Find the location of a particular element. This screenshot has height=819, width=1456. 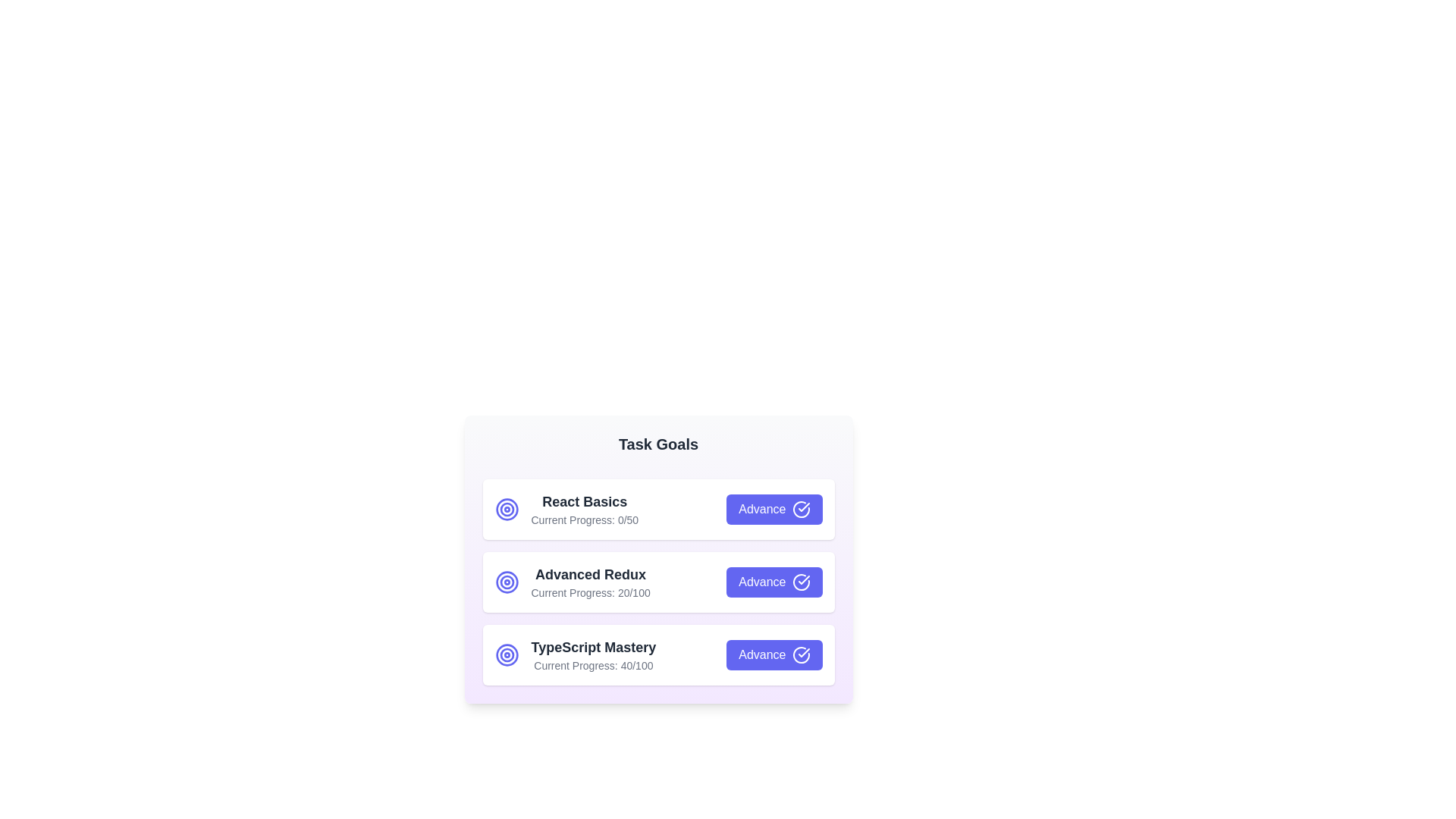

the informational text displaying 'Current Progress: 40/100', located under the main heading 'TypeScript Mastery' in the third card of the 'Task Goals' section is located at coordinates (592, 665).